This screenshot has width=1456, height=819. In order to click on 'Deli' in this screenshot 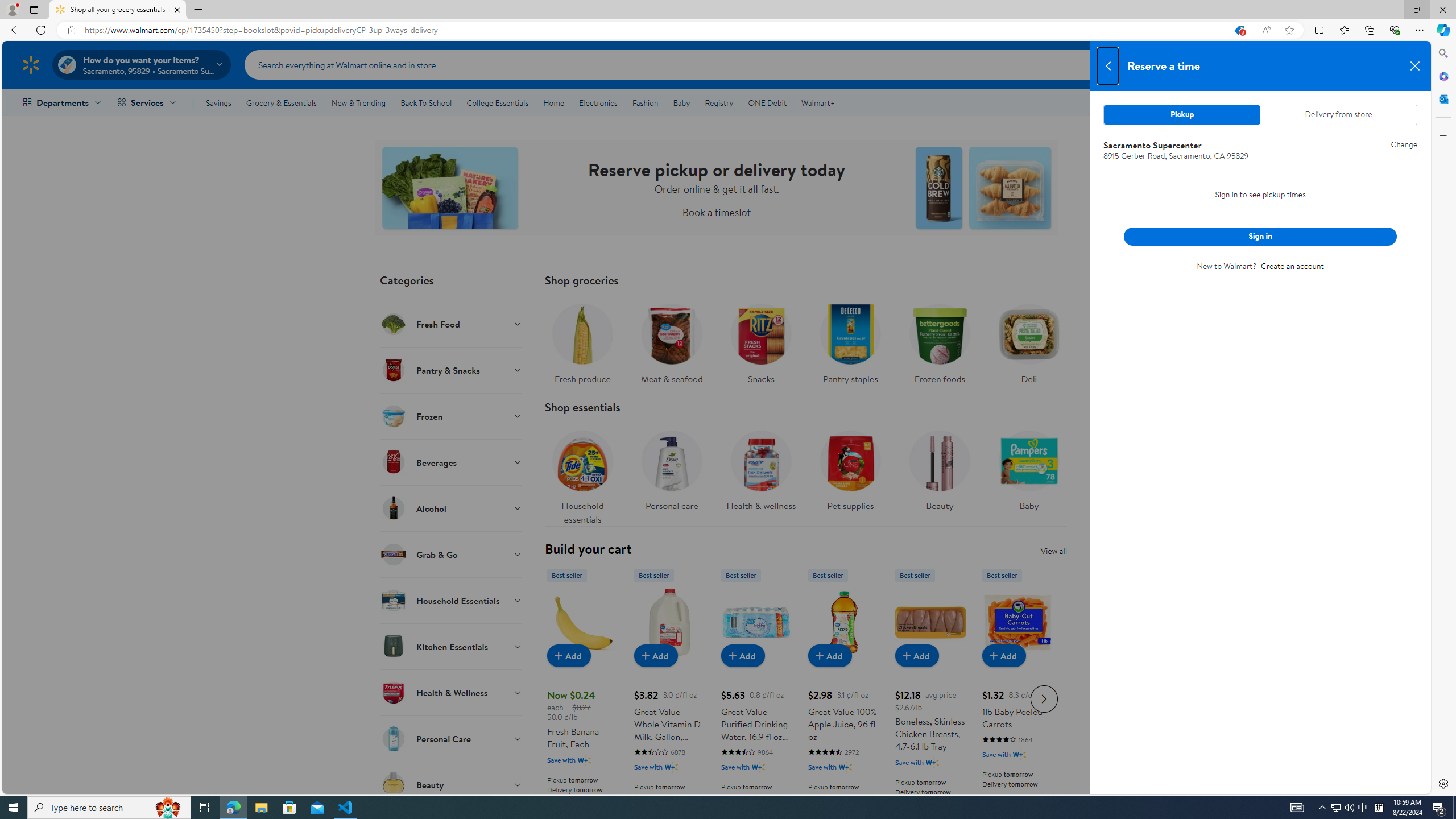, I will do `click(1029, 340)`.